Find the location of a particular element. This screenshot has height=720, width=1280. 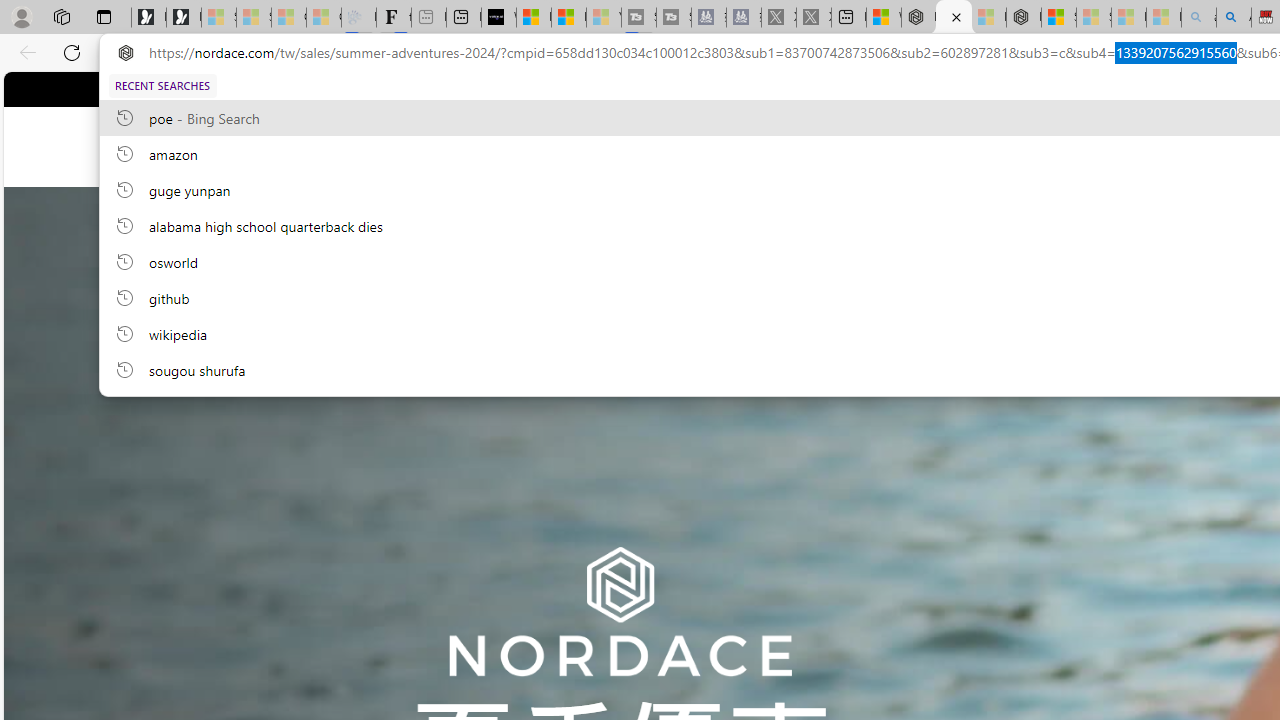

'Nordace - Nordace Siena Is Not An Ordinary Backpack' is located at coordinates (1024, 17).